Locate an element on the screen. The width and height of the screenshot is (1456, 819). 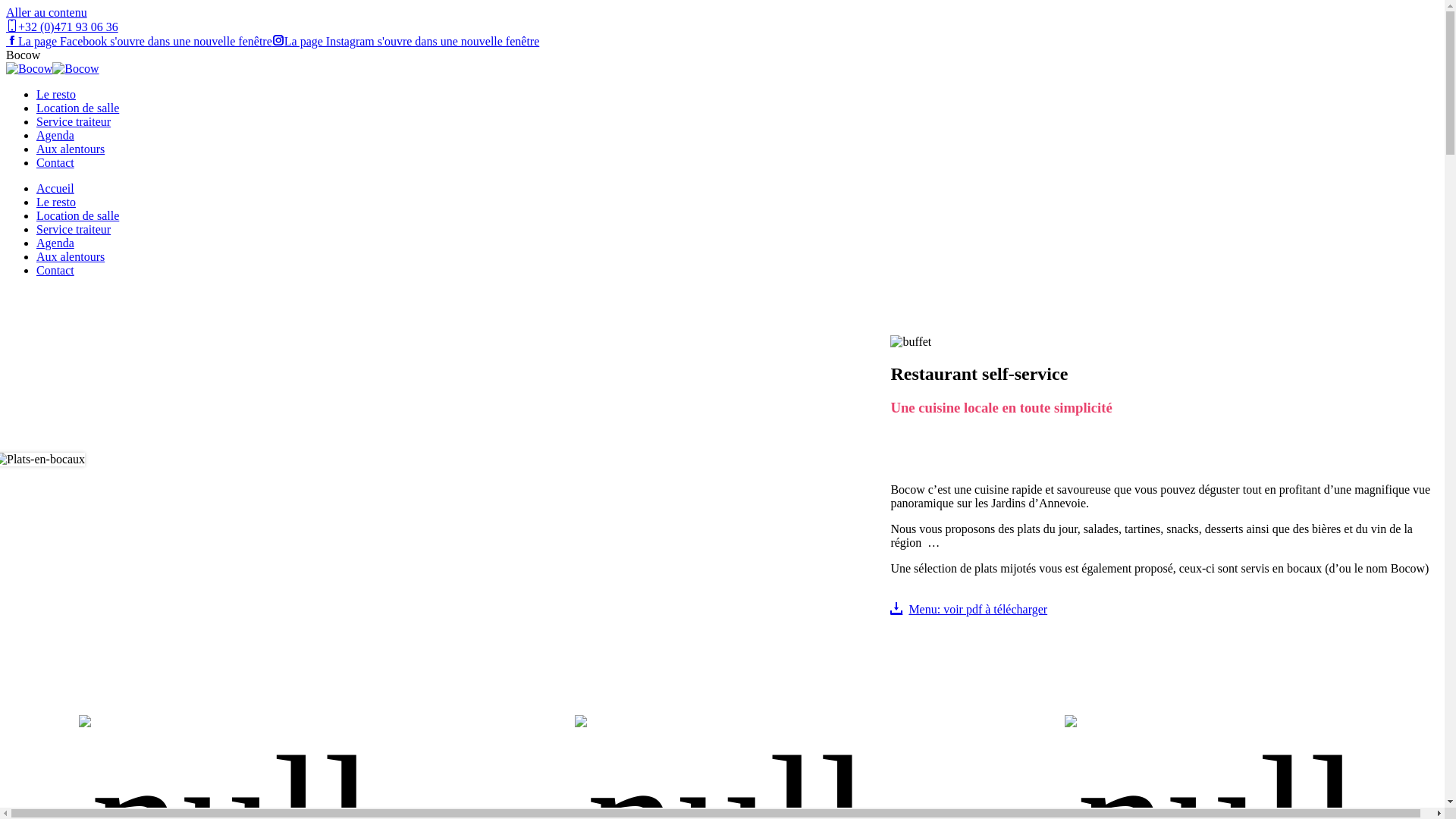
'+32 (0)471 93 06 36' is located at coordinates (61, 27).